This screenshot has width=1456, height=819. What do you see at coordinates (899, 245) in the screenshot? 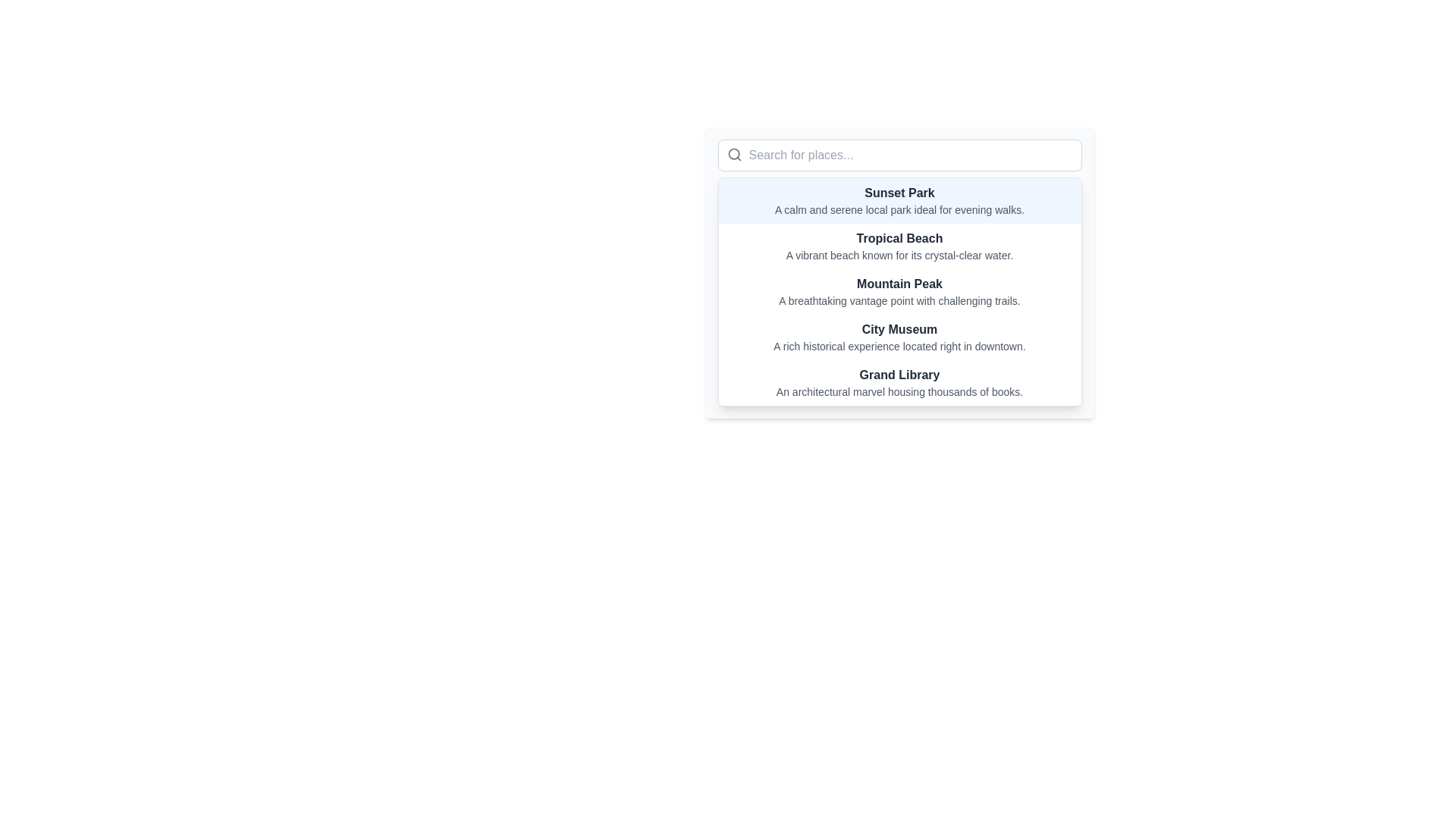
I see `the second list item displaying 'Tropical Beach' with a bold title and a lighter subtitle` at bounding box center [899, 245].